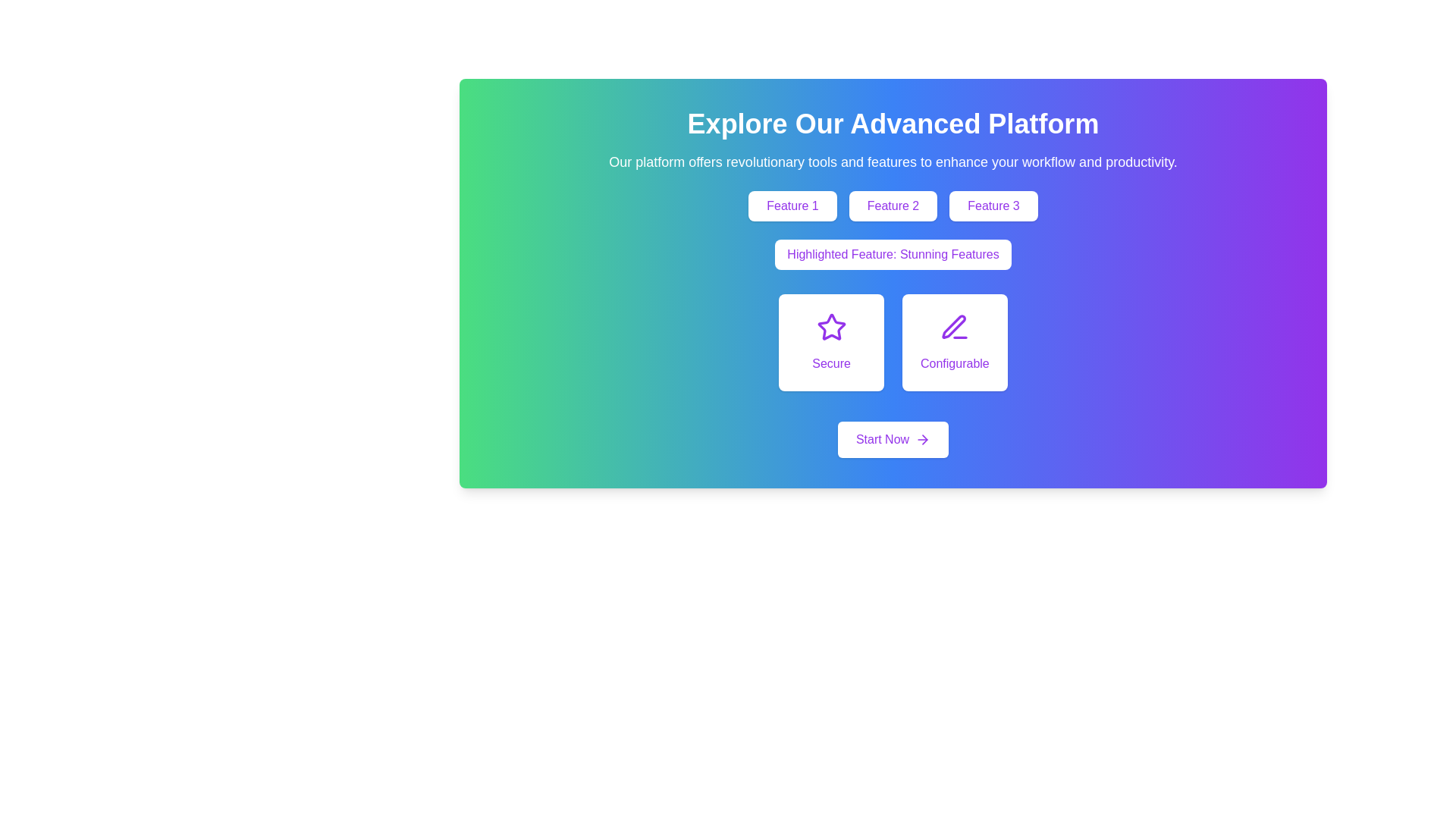  What do you see at coordinates (830, 326) in the screenshot?
I see `the 'Secure' icon located at the center of the card labeled 'Secure', which is situated to the left of the 'Configurable' card in the second row of feature cards` at bounding box center [830, 326].